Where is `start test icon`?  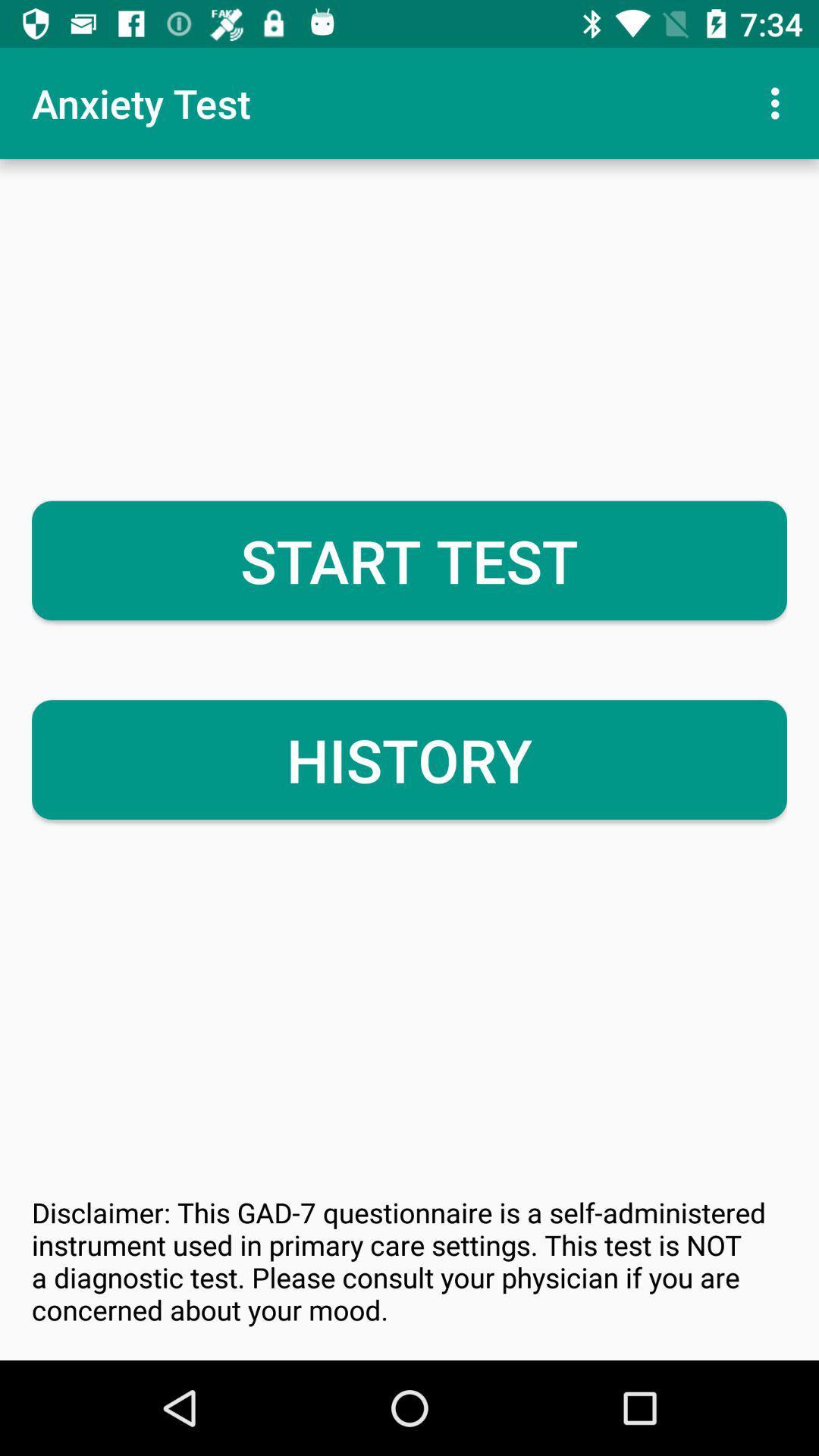
start test icon is located at coordinates (409, 560).